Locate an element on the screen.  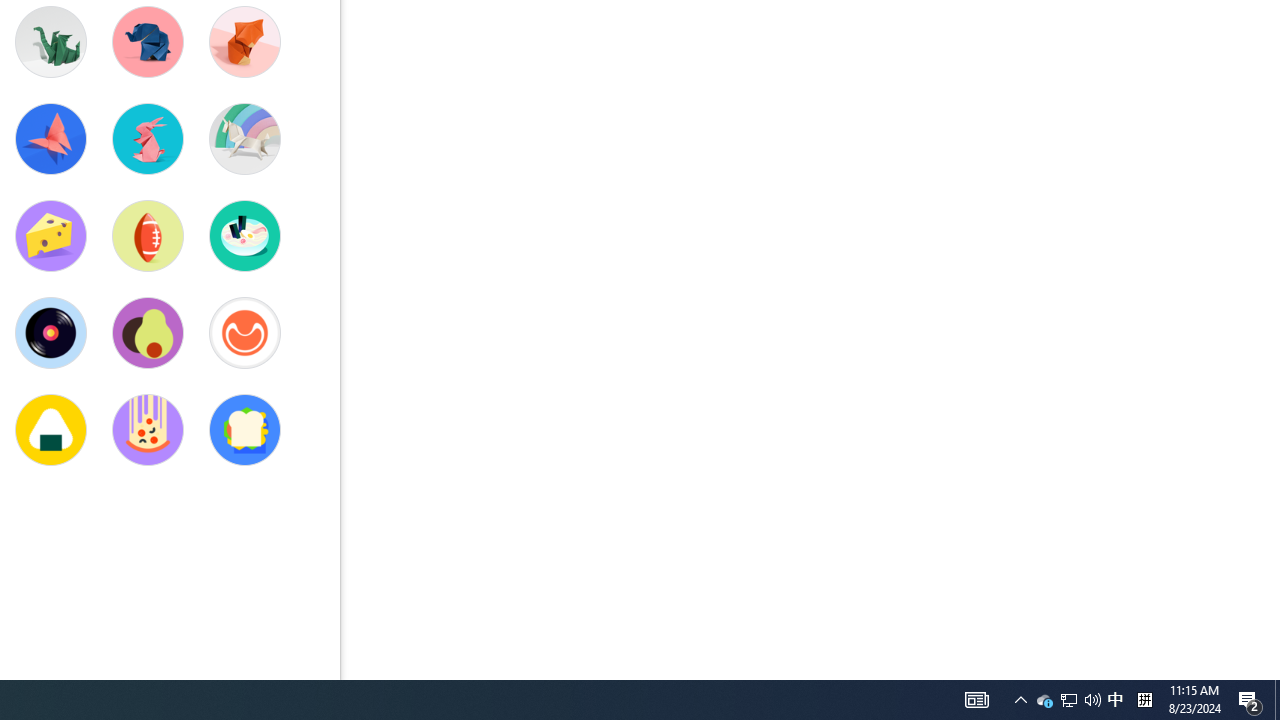
'User Promoted Notification Area' is located at coordinates (1020, 698).